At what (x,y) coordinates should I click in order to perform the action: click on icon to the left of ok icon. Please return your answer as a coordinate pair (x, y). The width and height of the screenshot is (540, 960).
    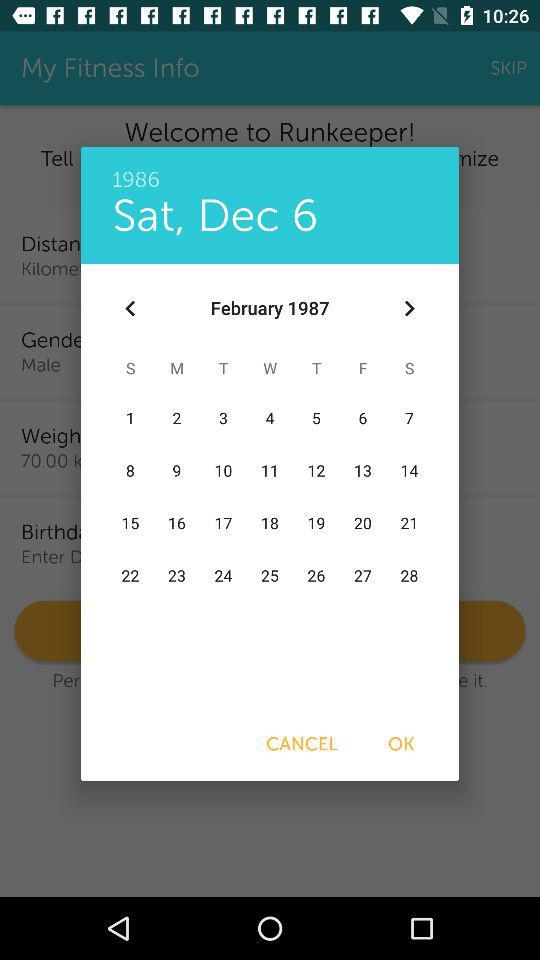
    Looking at the image, I should click on (301, 743).